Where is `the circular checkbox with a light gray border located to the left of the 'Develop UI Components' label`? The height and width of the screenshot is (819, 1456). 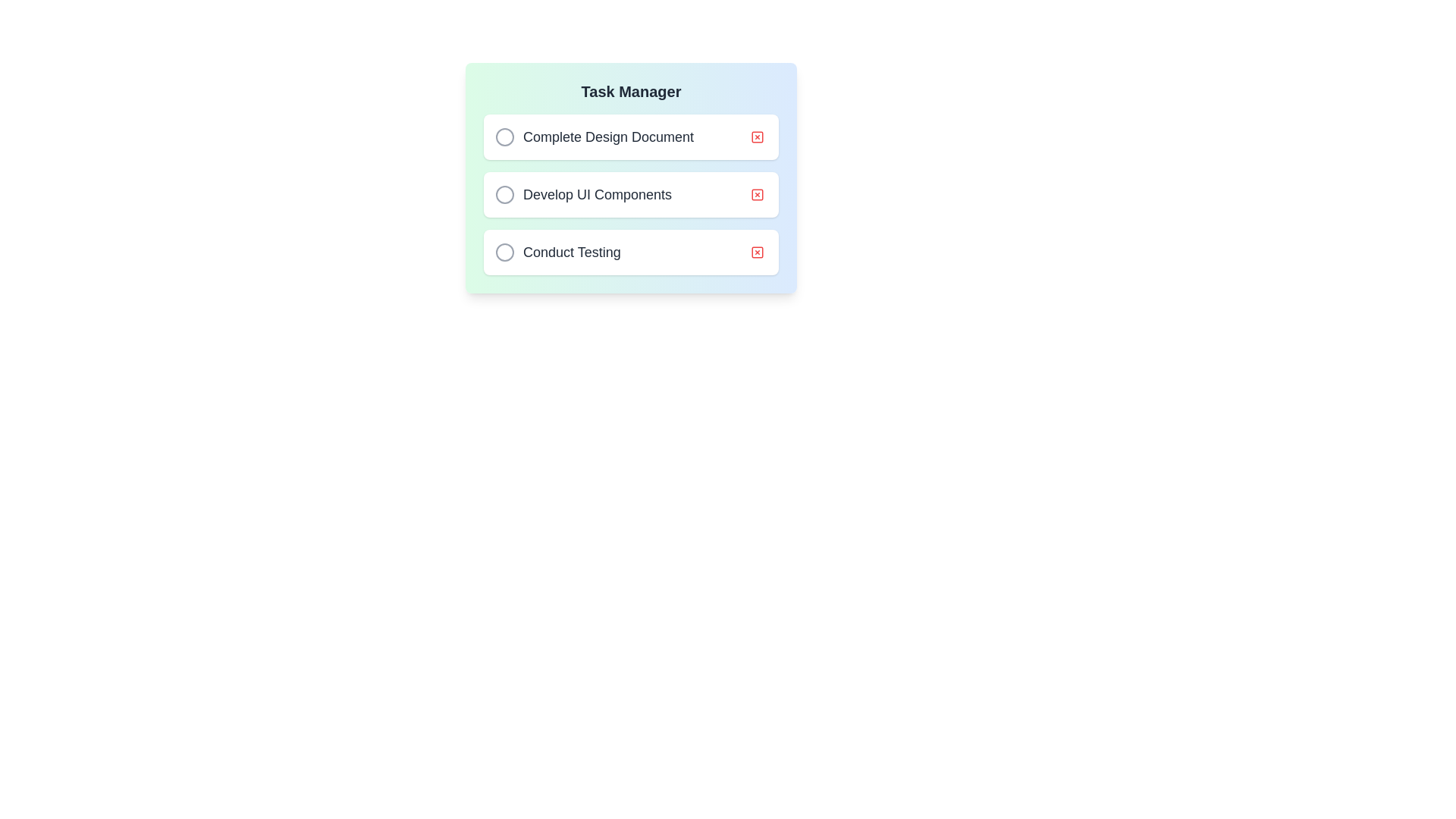 the circular checkbox with a light gray border located to the left of the 'Develop UI Components' label is located at coordinates (505, 194).